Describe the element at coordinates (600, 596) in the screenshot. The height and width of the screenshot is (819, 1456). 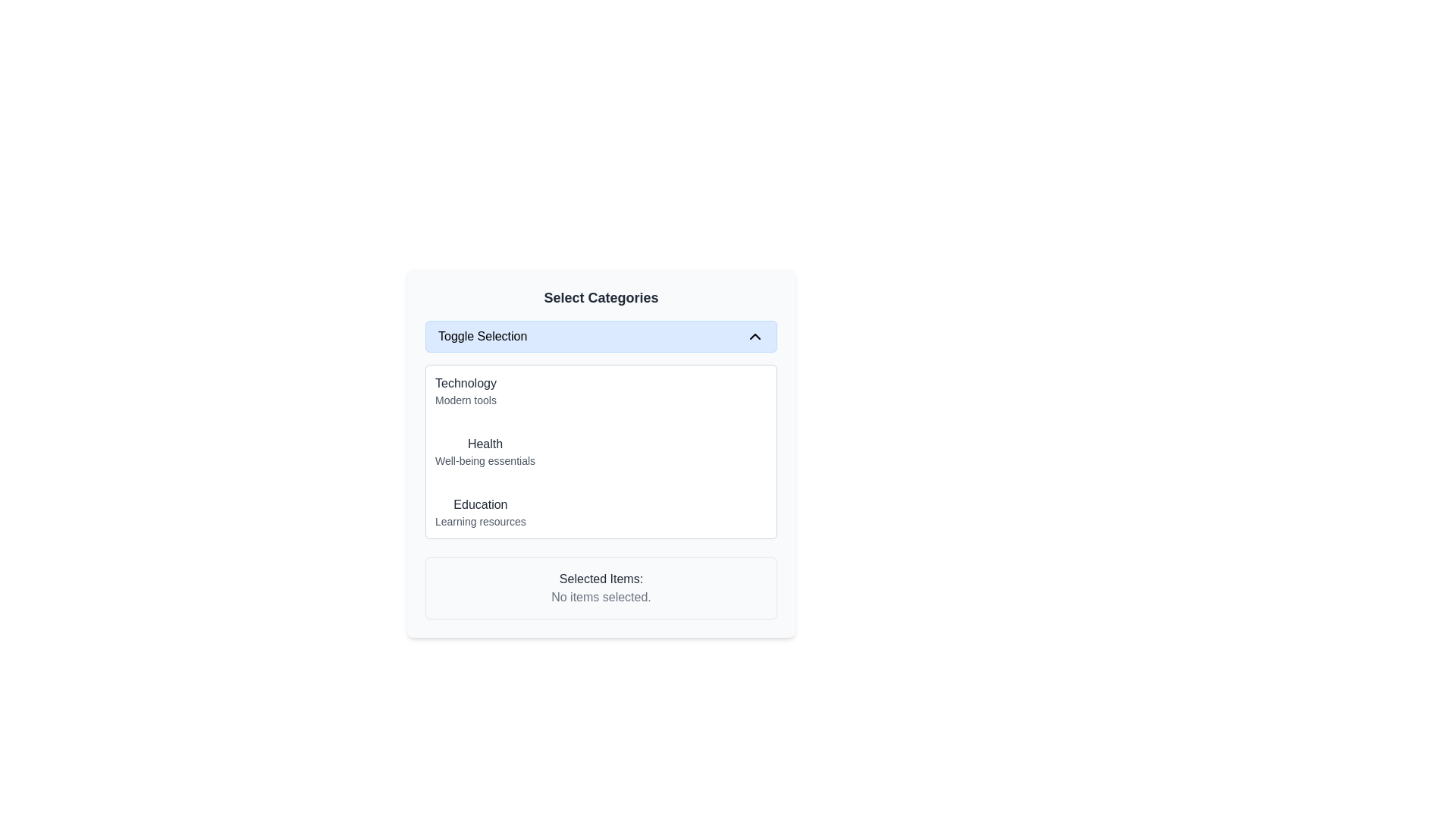
I see `the static text element displaying 'No items selected.' which is positioned directly below 'Selected Items:' in light gray color` at that location.